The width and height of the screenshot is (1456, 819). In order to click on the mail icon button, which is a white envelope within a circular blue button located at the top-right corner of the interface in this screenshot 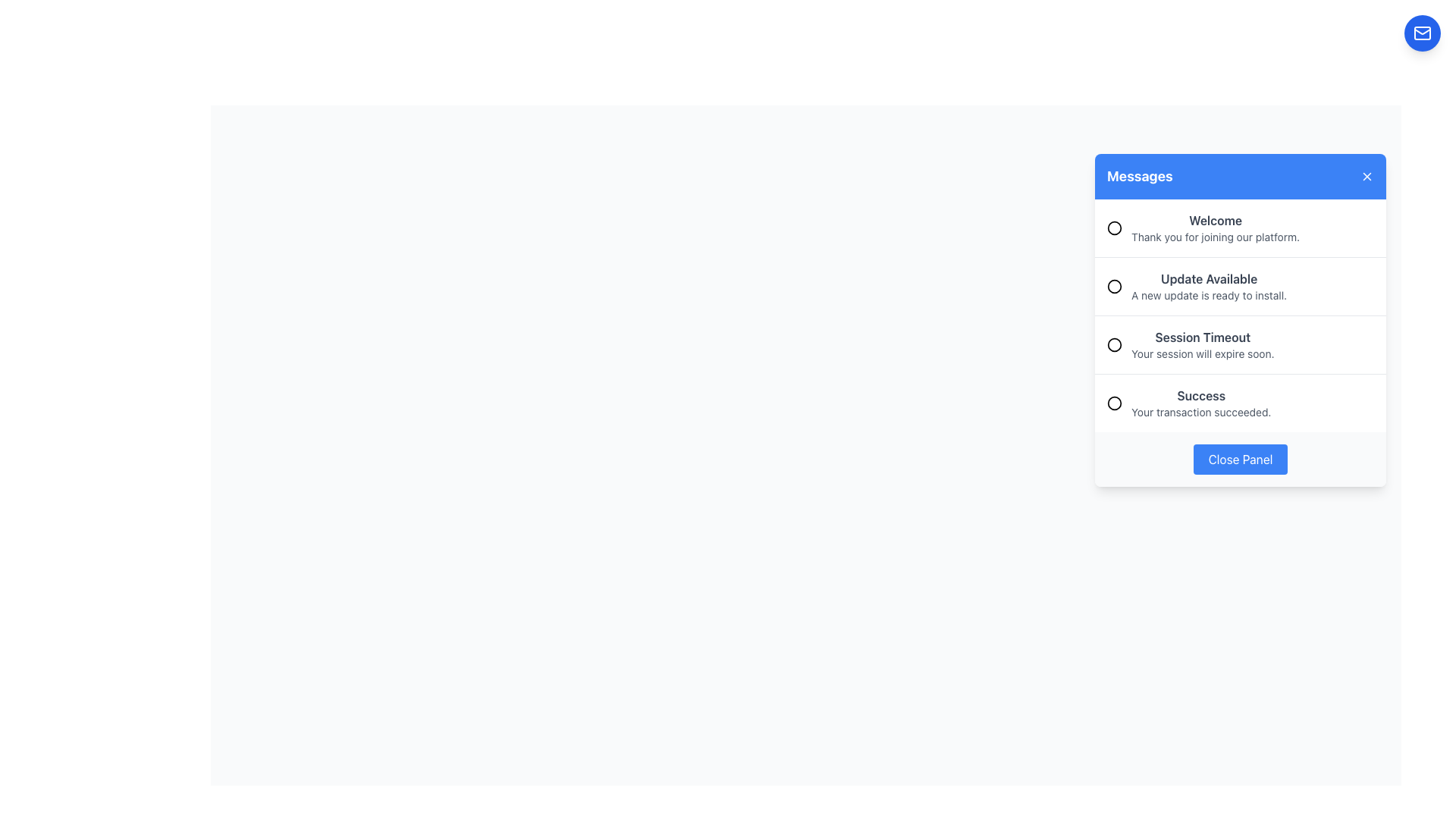, I will do `click(1422, 33)`.